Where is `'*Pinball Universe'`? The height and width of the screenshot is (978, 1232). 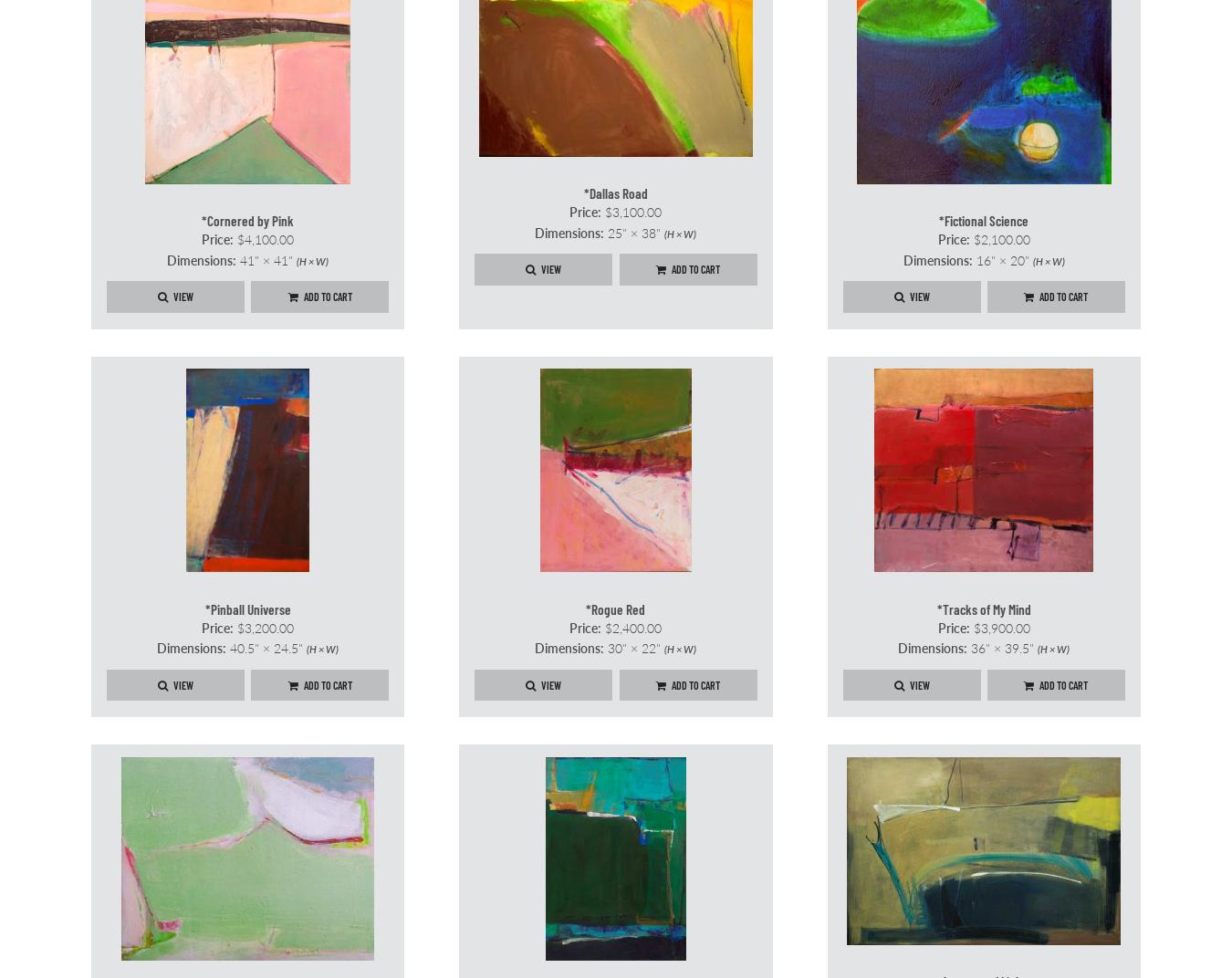
'*Pinball Universe' is located at coordinates (245, 608).